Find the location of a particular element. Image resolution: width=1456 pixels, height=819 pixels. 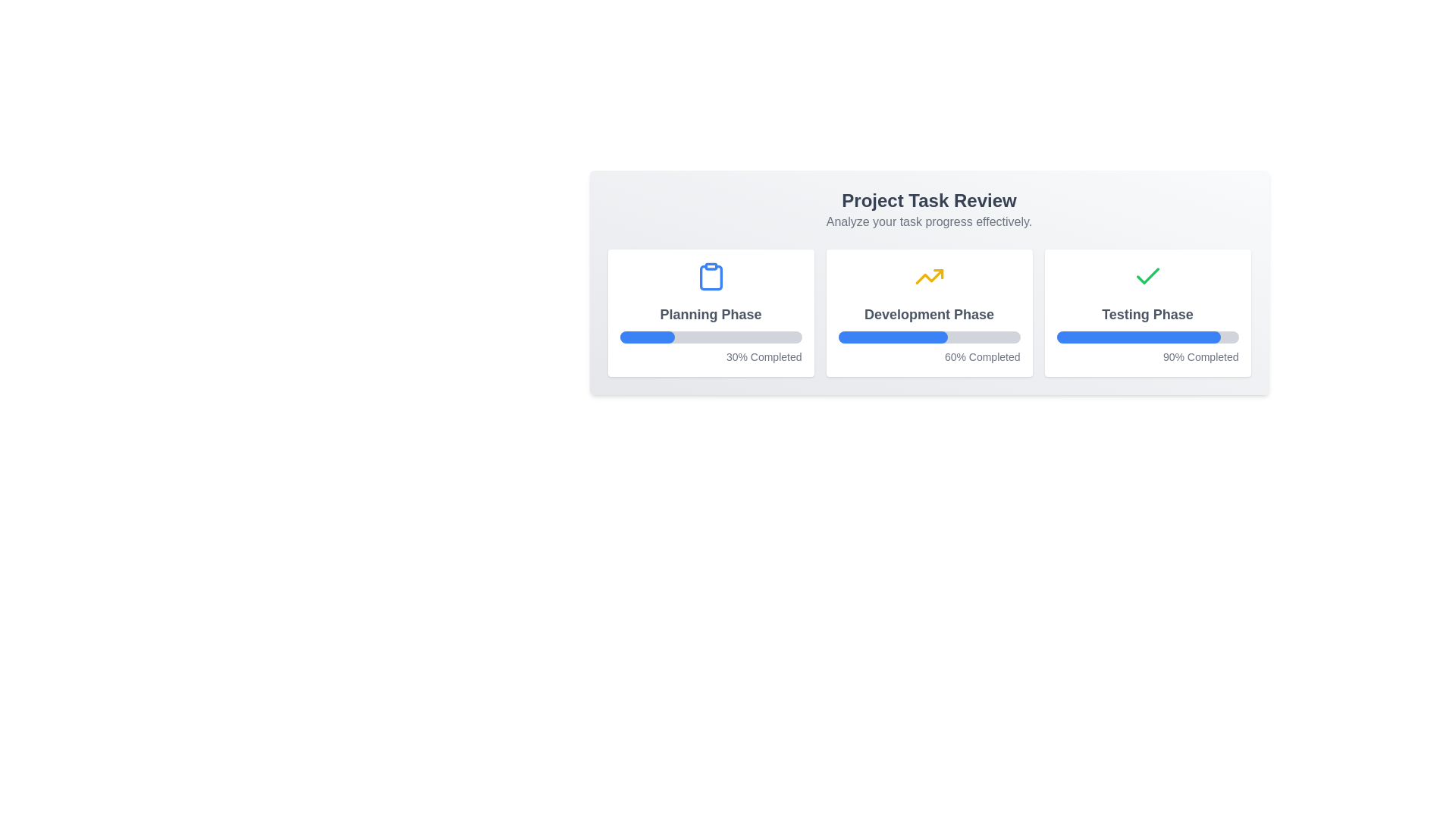

text label indicating the 'Planning Phase' located in the leftmost card of the task progress tracker, positioned below the icon and above the progress bar is located at coordinates (710, 314).